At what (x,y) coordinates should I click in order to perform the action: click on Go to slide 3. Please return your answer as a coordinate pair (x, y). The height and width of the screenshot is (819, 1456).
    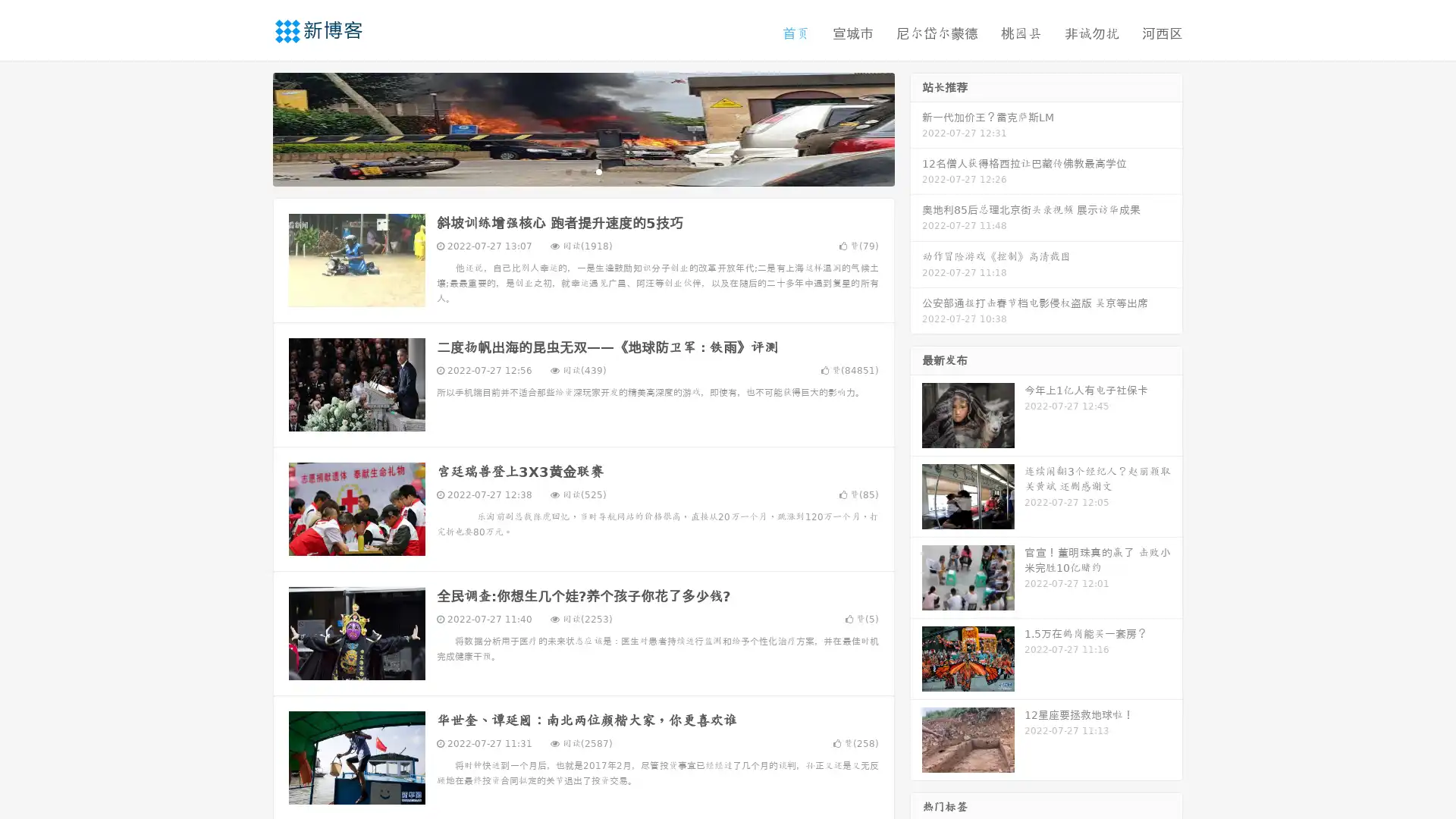
    Looking at the image, I should click on (598, 171).